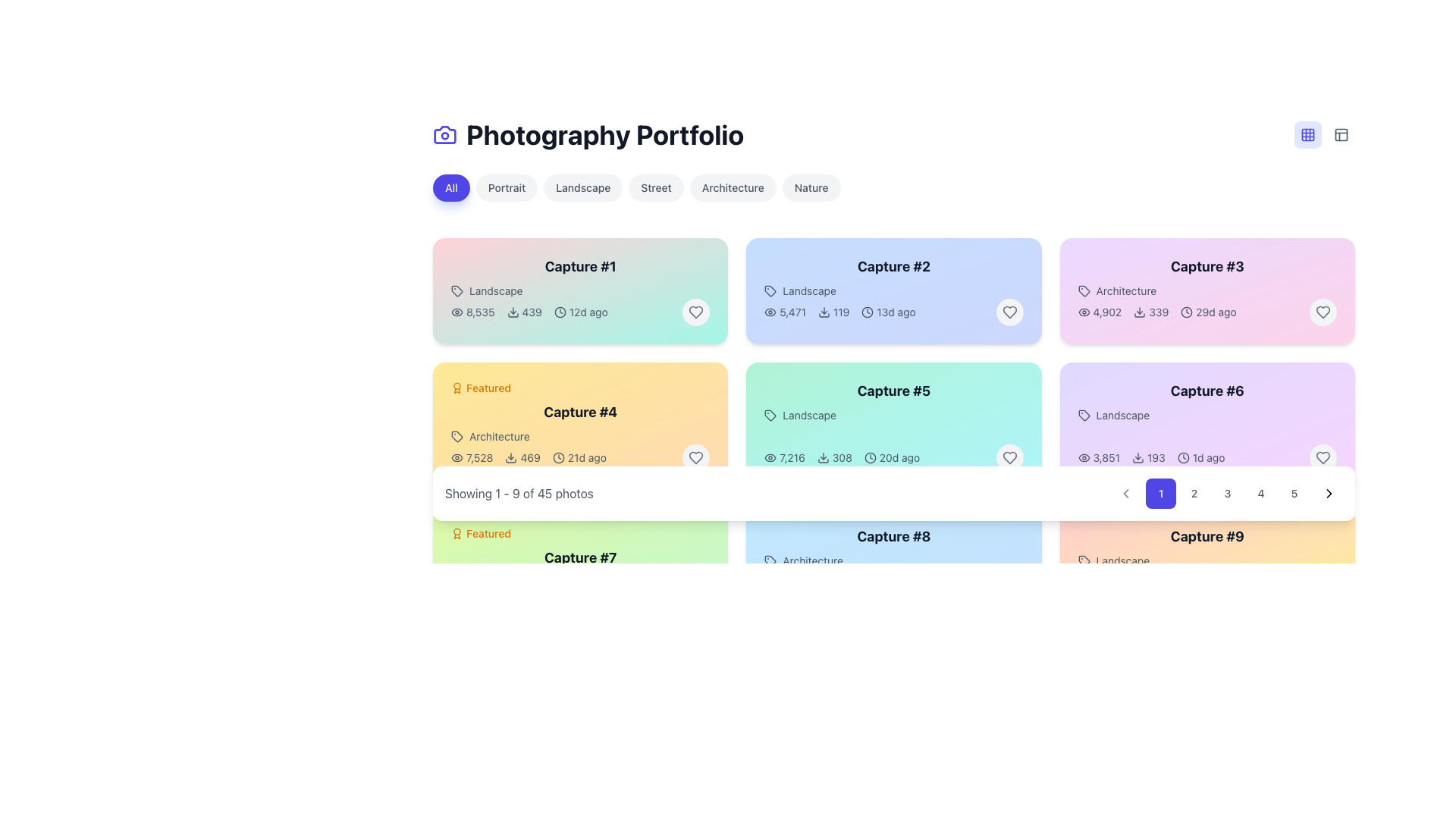  What do you see at coordinates (701, 262) in the screenshot?
I see `the maximize button in the top-right corner of the 'Capture #1' card` at bounding box center [701, 262].